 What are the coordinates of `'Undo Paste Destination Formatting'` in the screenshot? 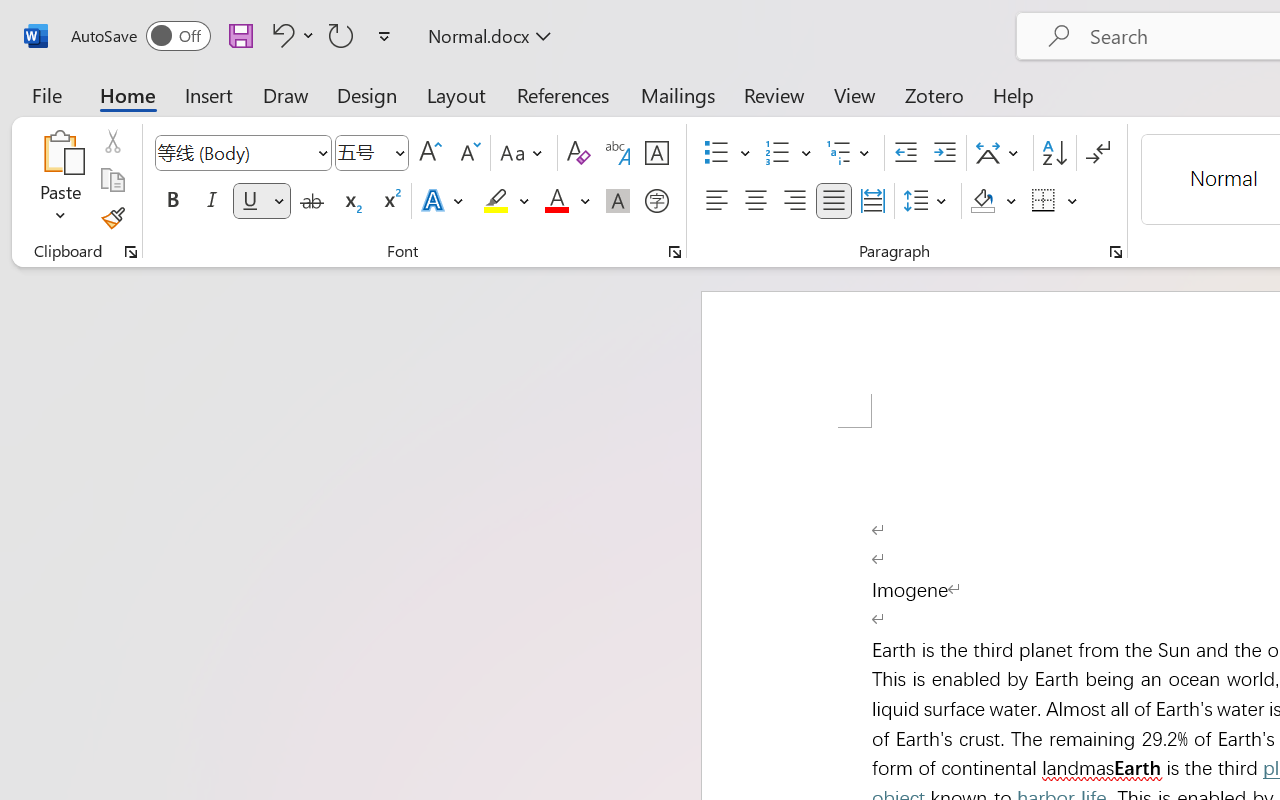 It's located at (289, 34).